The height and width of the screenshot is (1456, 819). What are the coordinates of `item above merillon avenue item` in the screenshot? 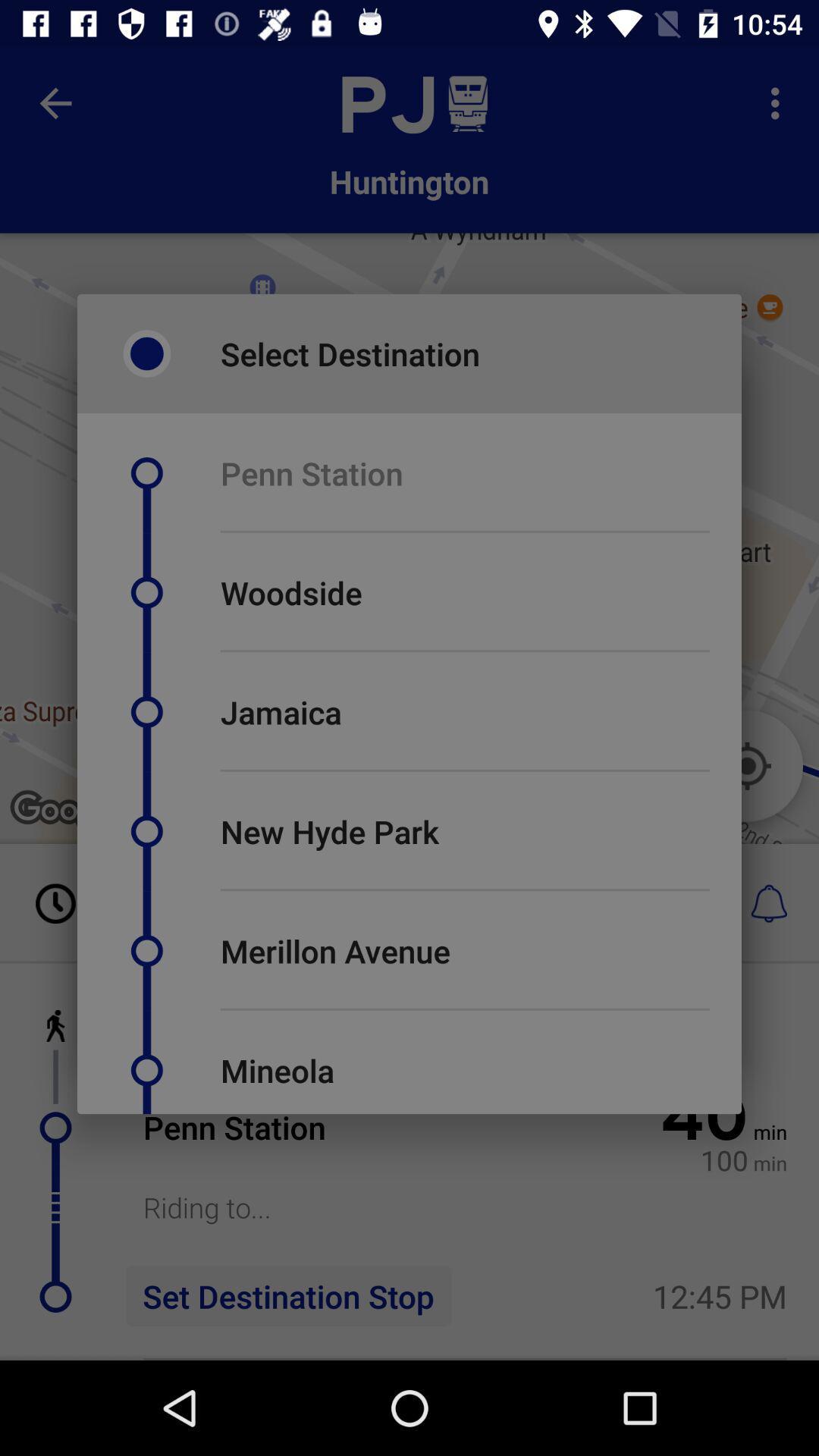 It's located at (464, 890).